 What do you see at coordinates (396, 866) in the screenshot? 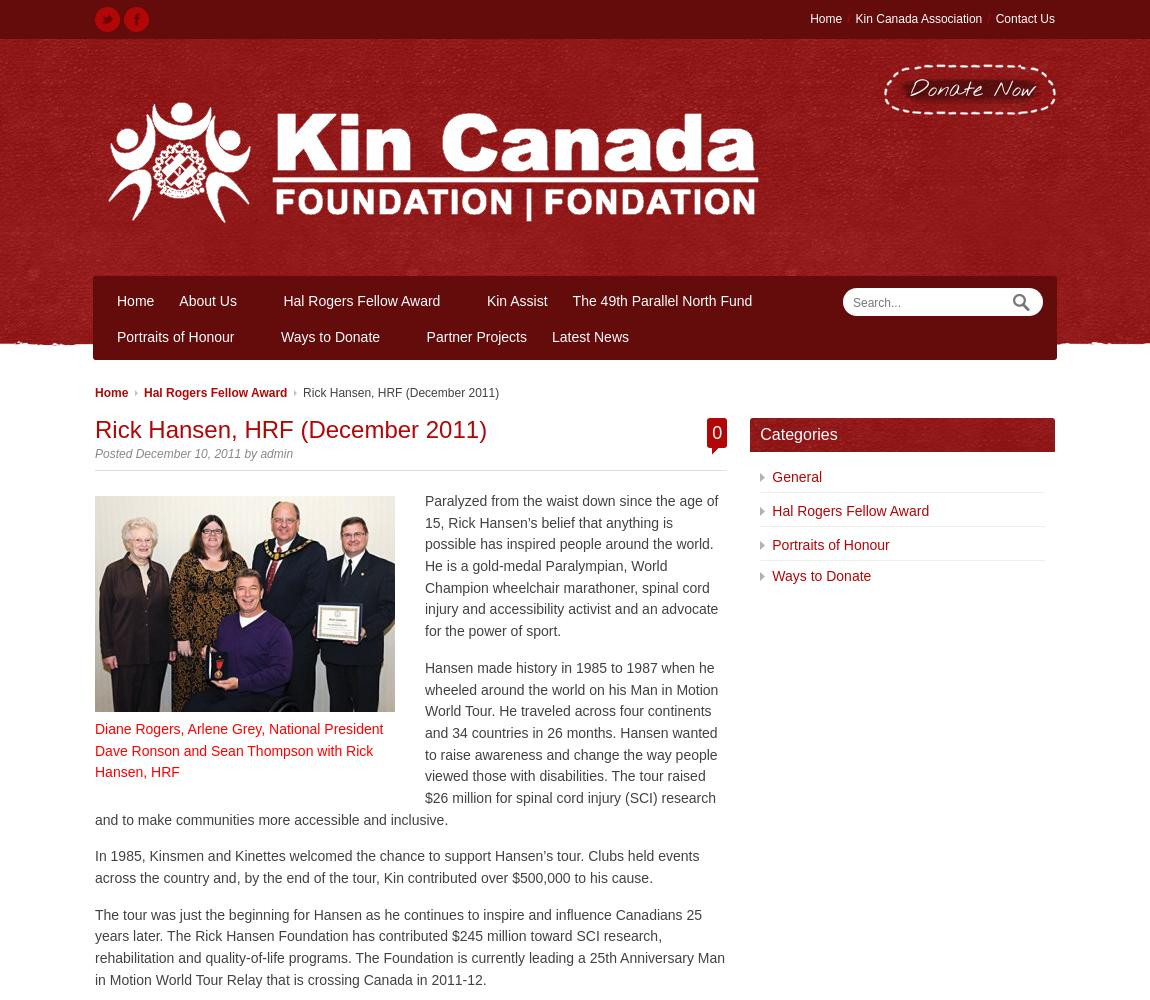
I see `'In 1985, Kinsmen and Kinettes welcomed the chance to support Hansen’s tour. Clubs held events across the country and, by the end of the tour, Kin contributed over $500,000 to his cause.'` at bounding box center [396, 866].